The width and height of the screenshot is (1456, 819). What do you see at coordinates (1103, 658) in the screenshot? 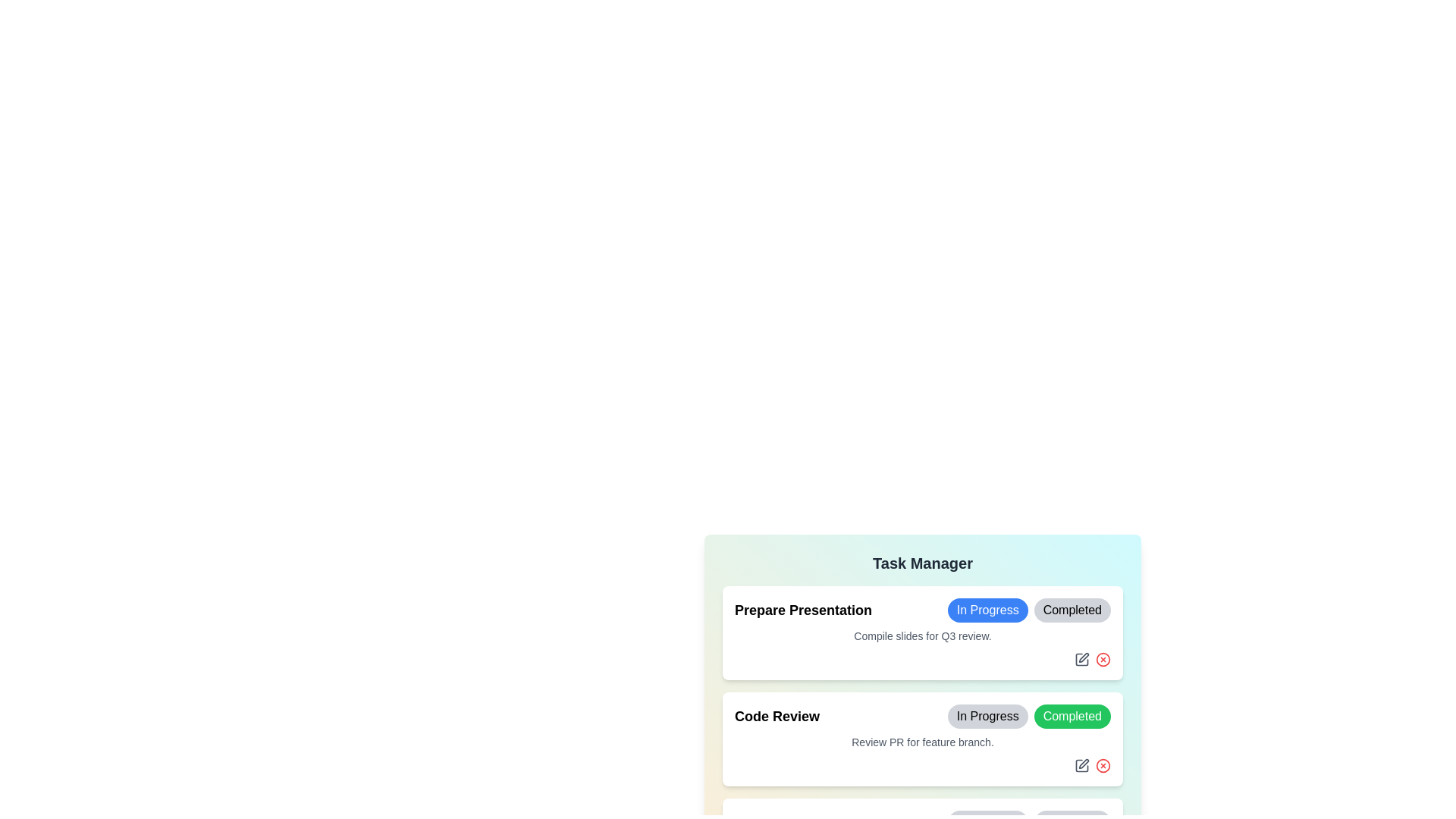
I see `the delete icon for the task titled 'Prepare Presentation'` at bounding box center [1103, 658].